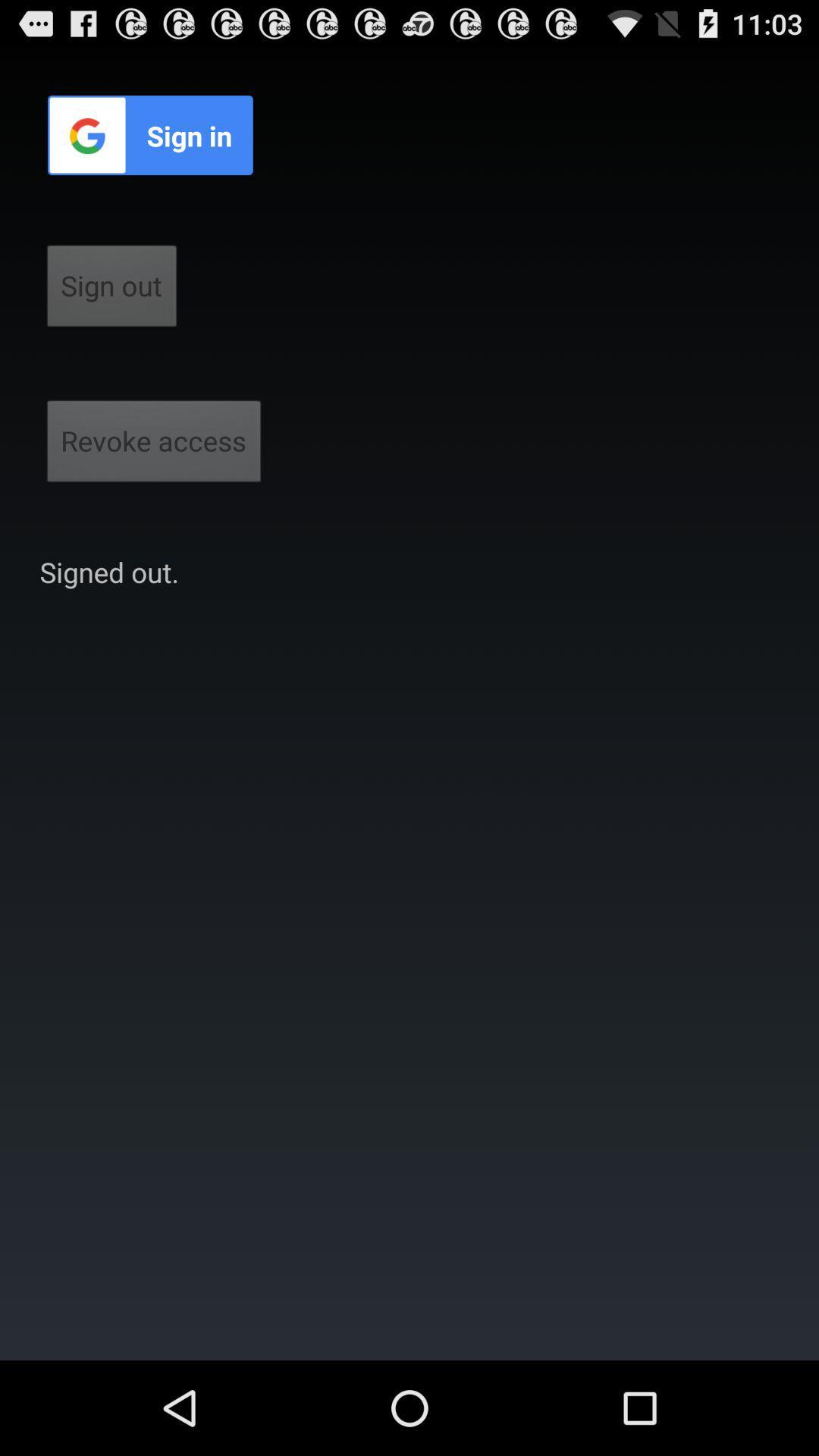 The width and height of the screenshot is (819, 1456). Describe the element at coordinates (154, 445) in the screenshot. I see `the button below the sign out button` at that location.